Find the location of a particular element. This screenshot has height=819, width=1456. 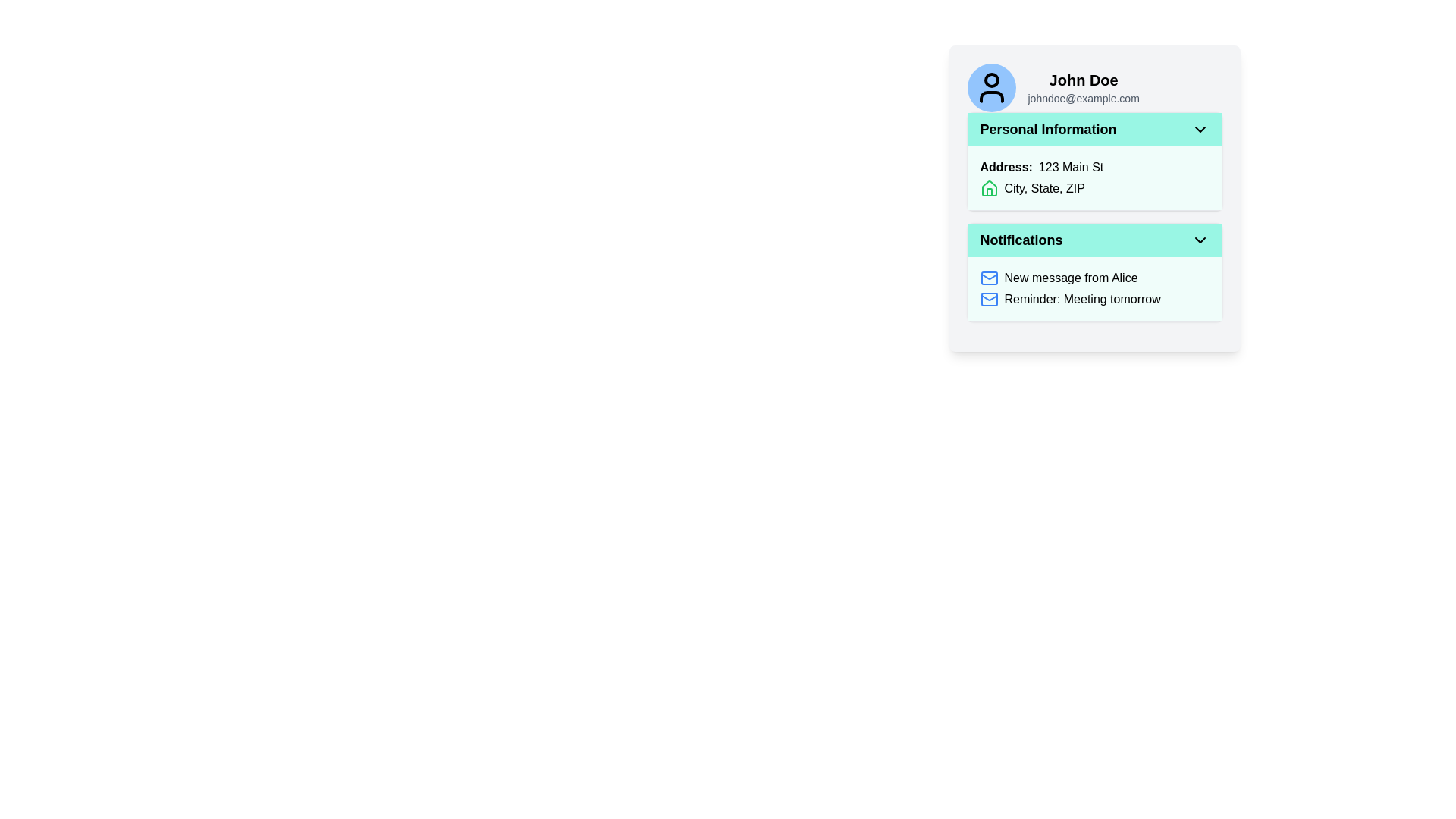

the static text label displaying the user's address 'Address: 123 Main St' located in the 'Personal Information' section of the UI is located at coordinates (1094, 167).